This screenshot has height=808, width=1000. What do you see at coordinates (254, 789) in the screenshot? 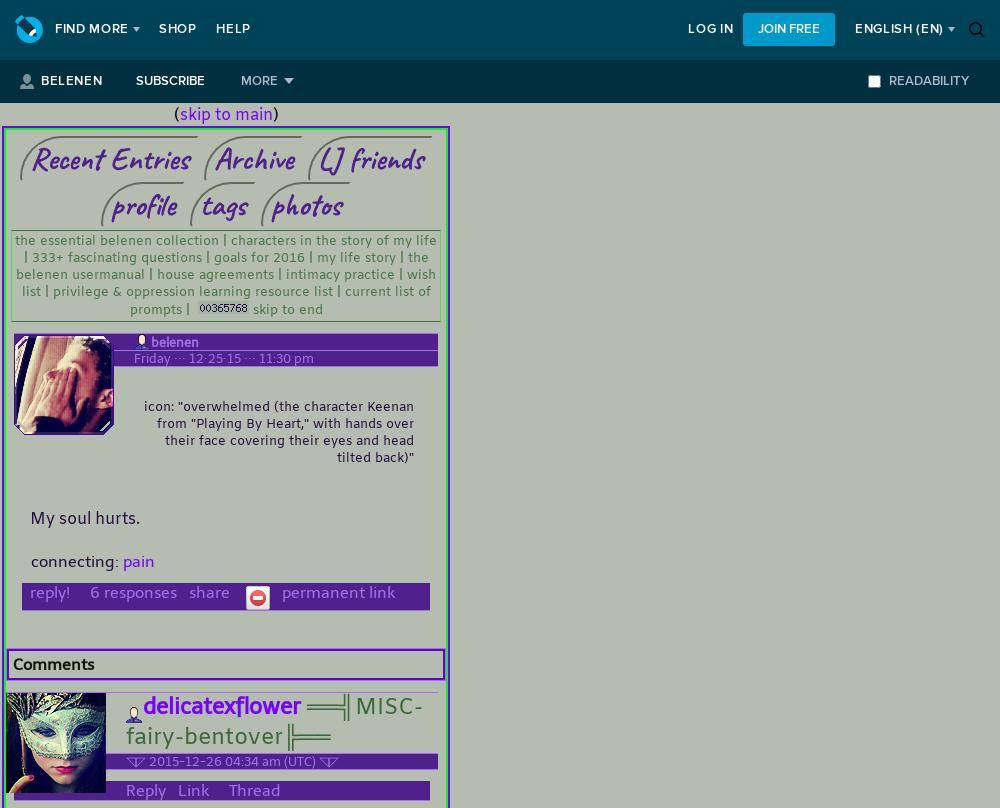
I see `'Thread'` at bounding box center [254, 789].